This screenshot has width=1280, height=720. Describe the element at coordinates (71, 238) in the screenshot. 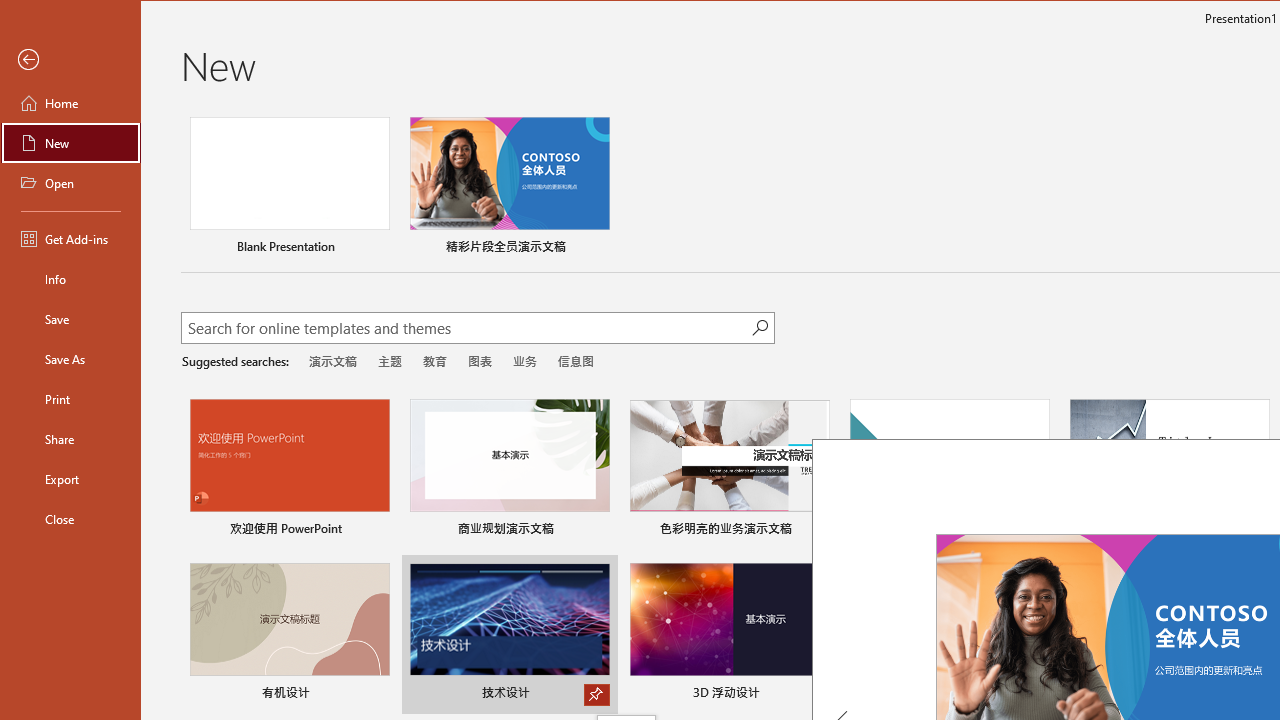

I see `'Get Add-ins'` at that location.